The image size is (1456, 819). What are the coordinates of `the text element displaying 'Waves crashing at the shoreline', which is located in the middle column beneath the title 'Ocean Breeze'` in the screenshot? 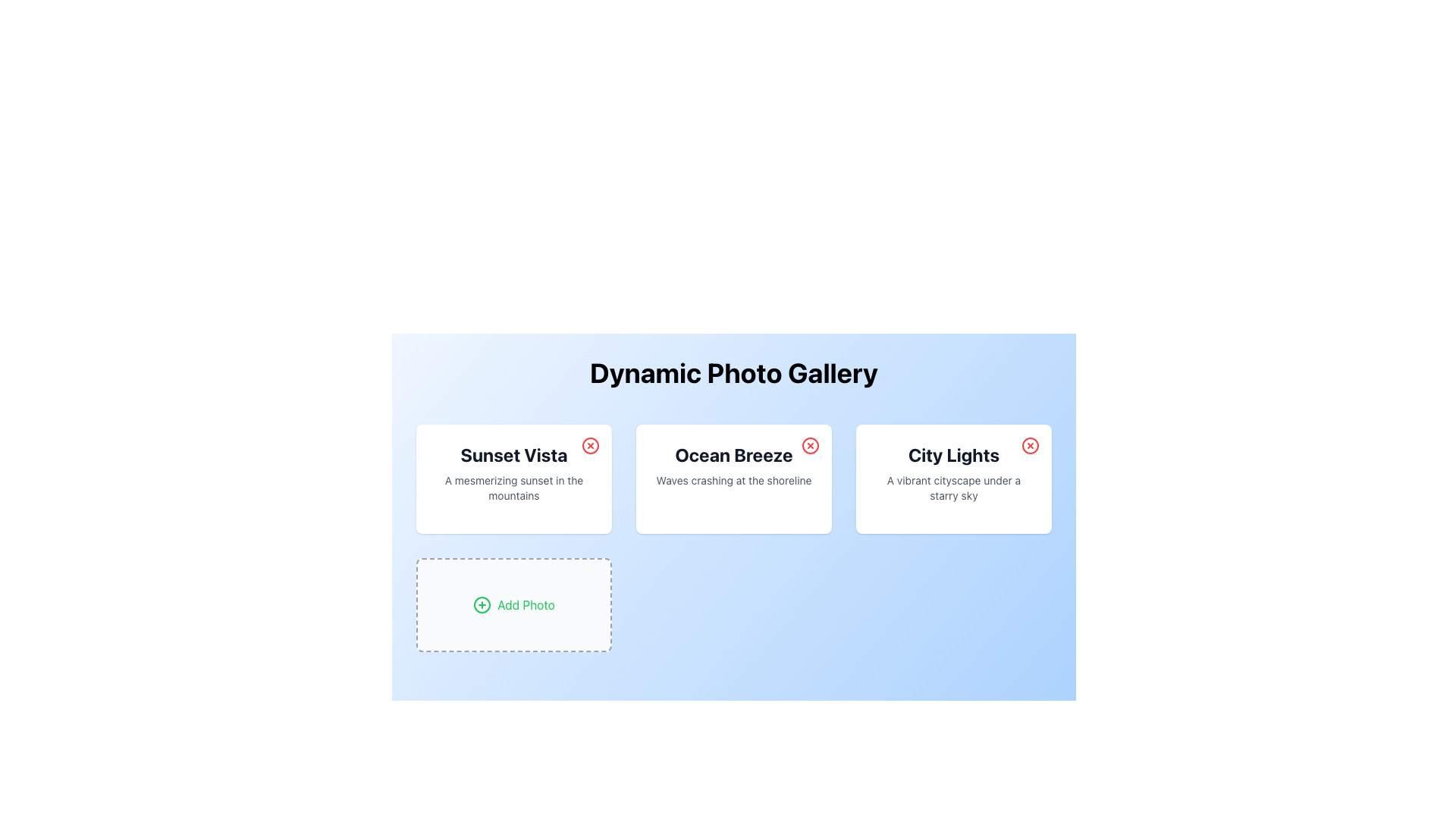 It's located at (734, 480).